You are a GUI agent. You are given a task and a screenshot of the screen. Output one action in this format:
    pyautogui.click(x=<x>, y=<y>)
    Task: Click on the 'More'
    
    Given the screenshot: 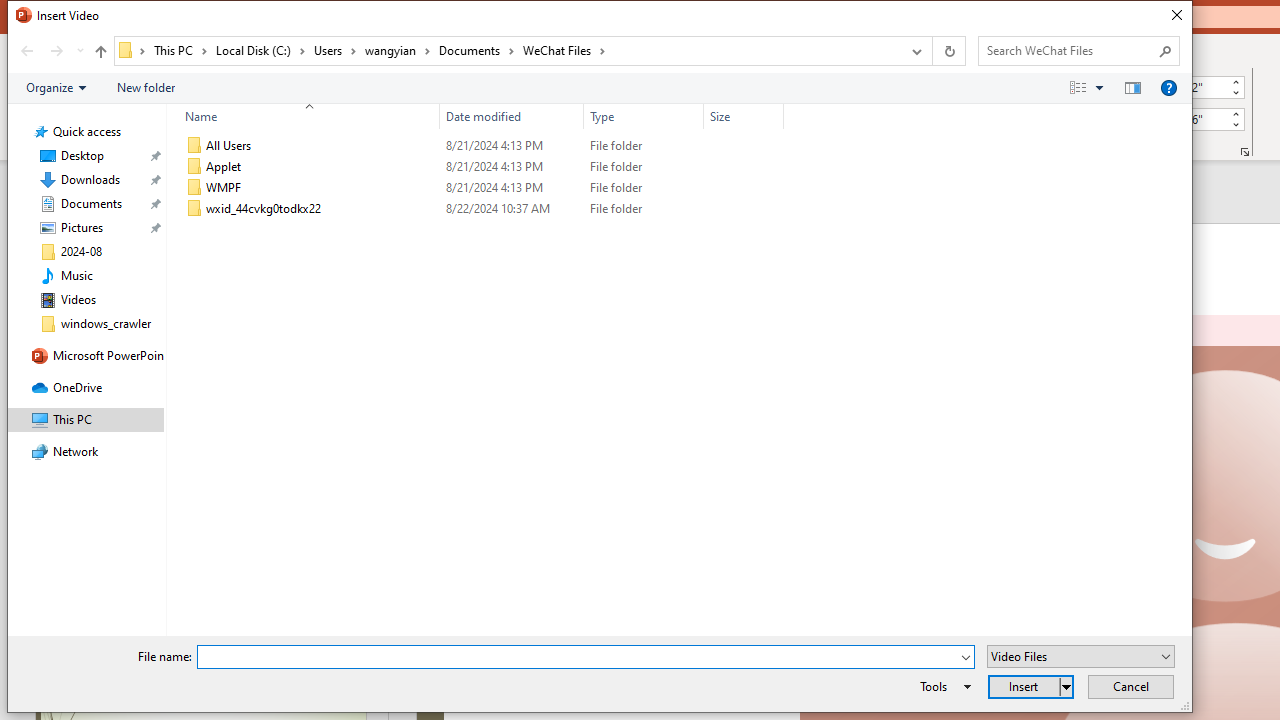 What is the action you would take?
    pyautogui.click(x=1234, y=113)
    